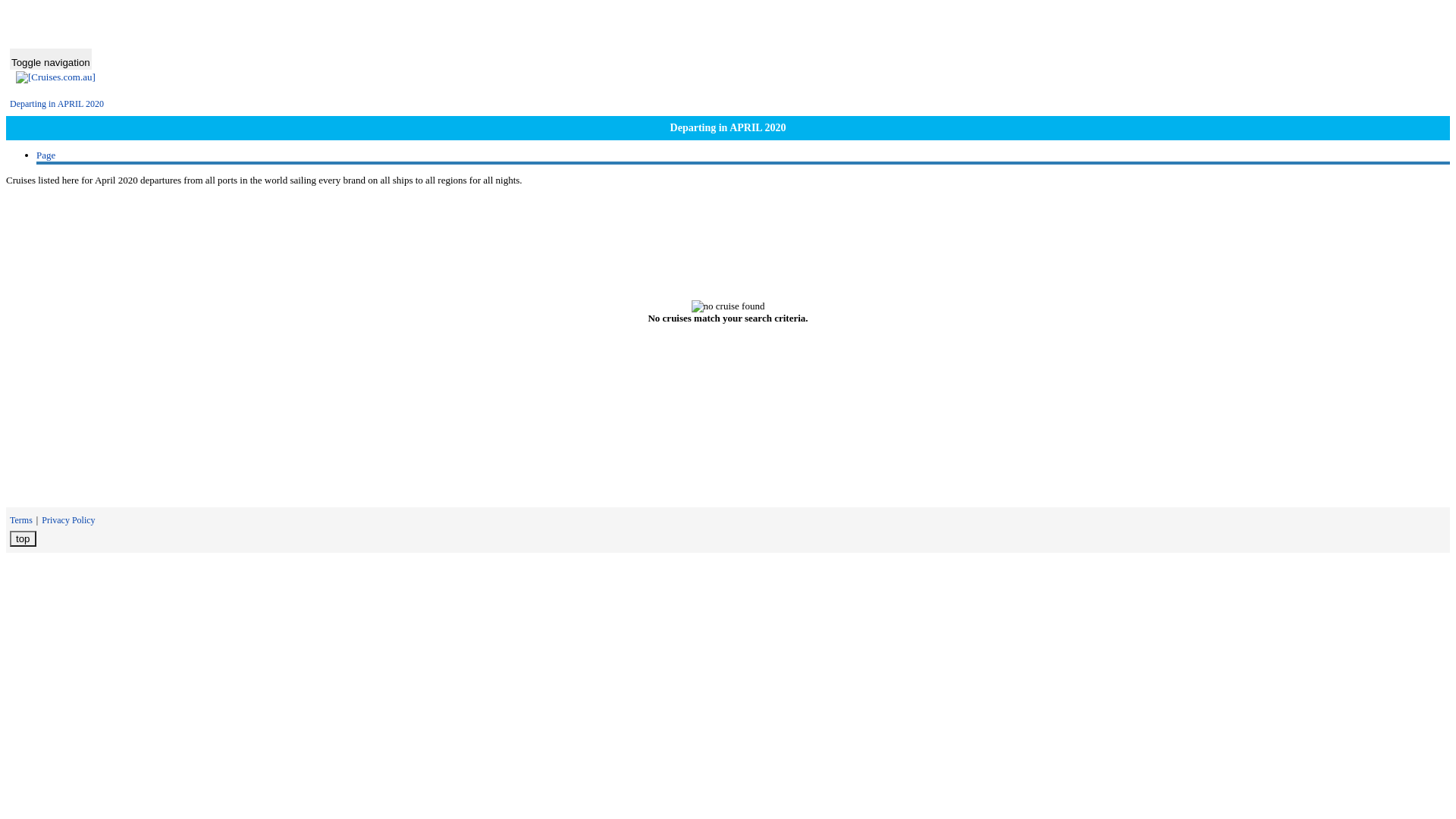 The image size is (1456, 819). I want to click on 'Privacy Policy', so click(67, 519).